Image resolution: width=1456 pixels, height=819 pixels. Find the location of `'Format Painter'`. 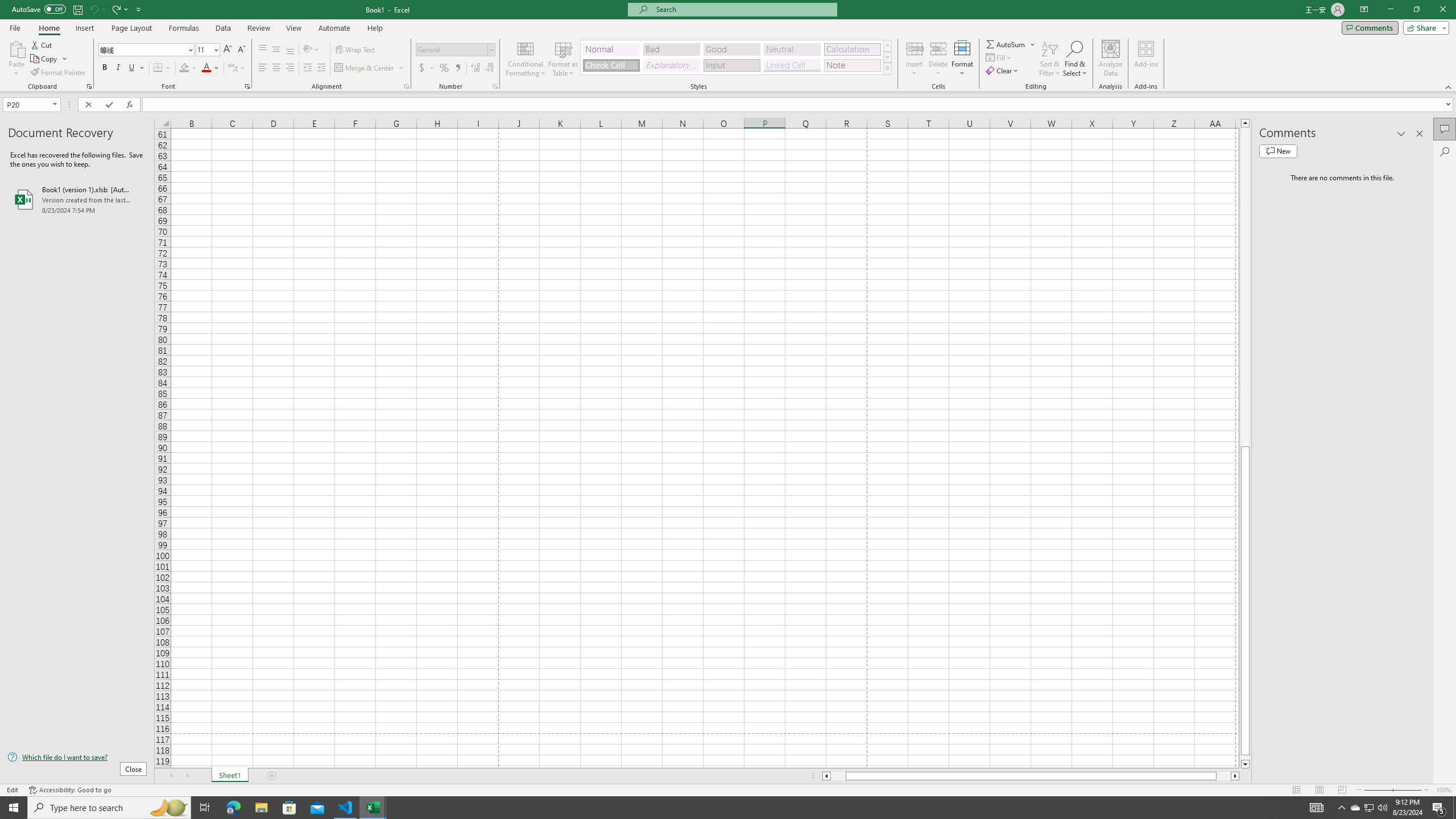

'Format Painter' is located at coordinates (58, 72).